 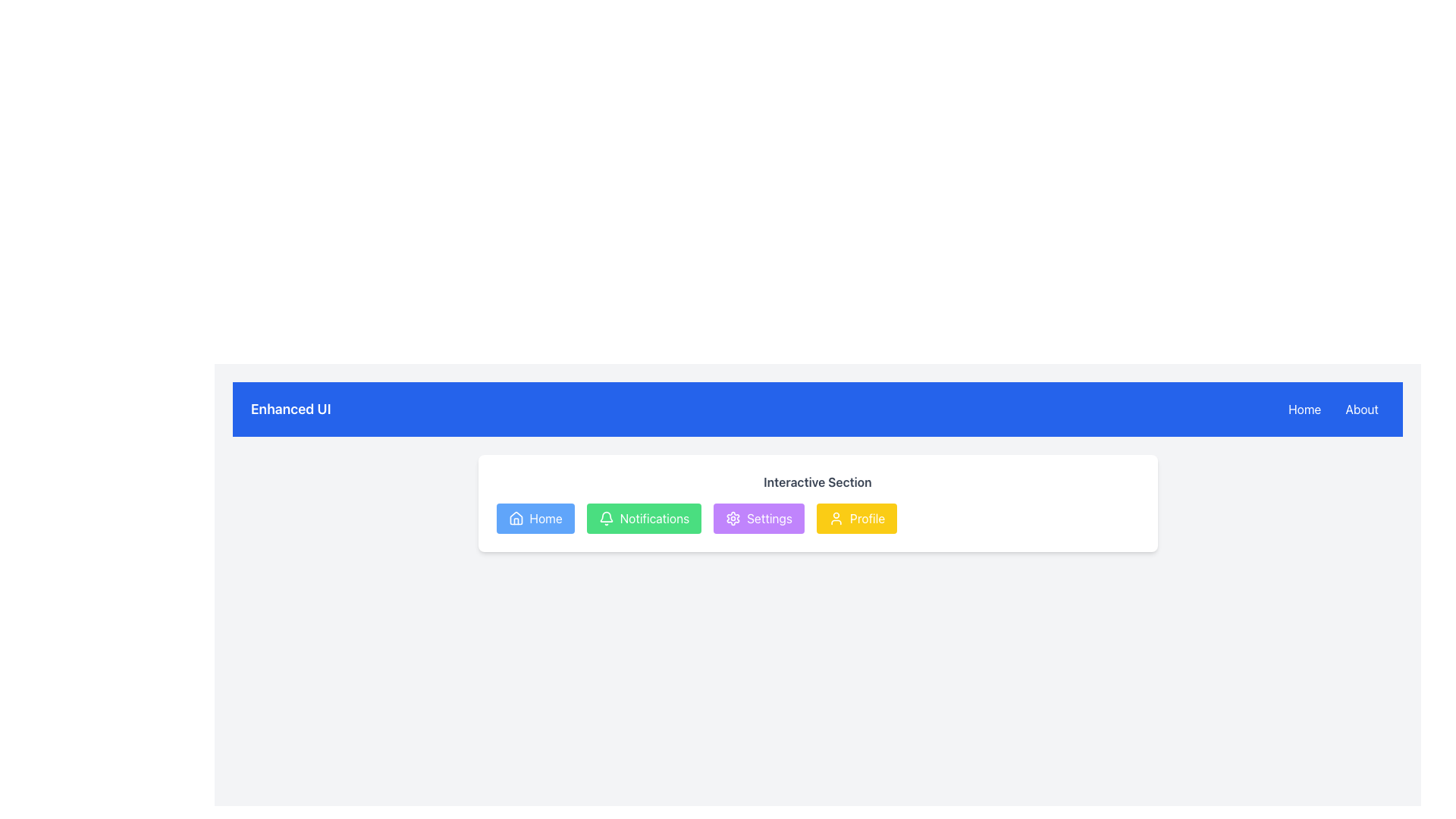 What do you see at coordinates (516, 517) in the screenshot?
I see `the 'Home' button icon located within the blue button in the top-left area of the interactive section` at bounding box center [516, 517].